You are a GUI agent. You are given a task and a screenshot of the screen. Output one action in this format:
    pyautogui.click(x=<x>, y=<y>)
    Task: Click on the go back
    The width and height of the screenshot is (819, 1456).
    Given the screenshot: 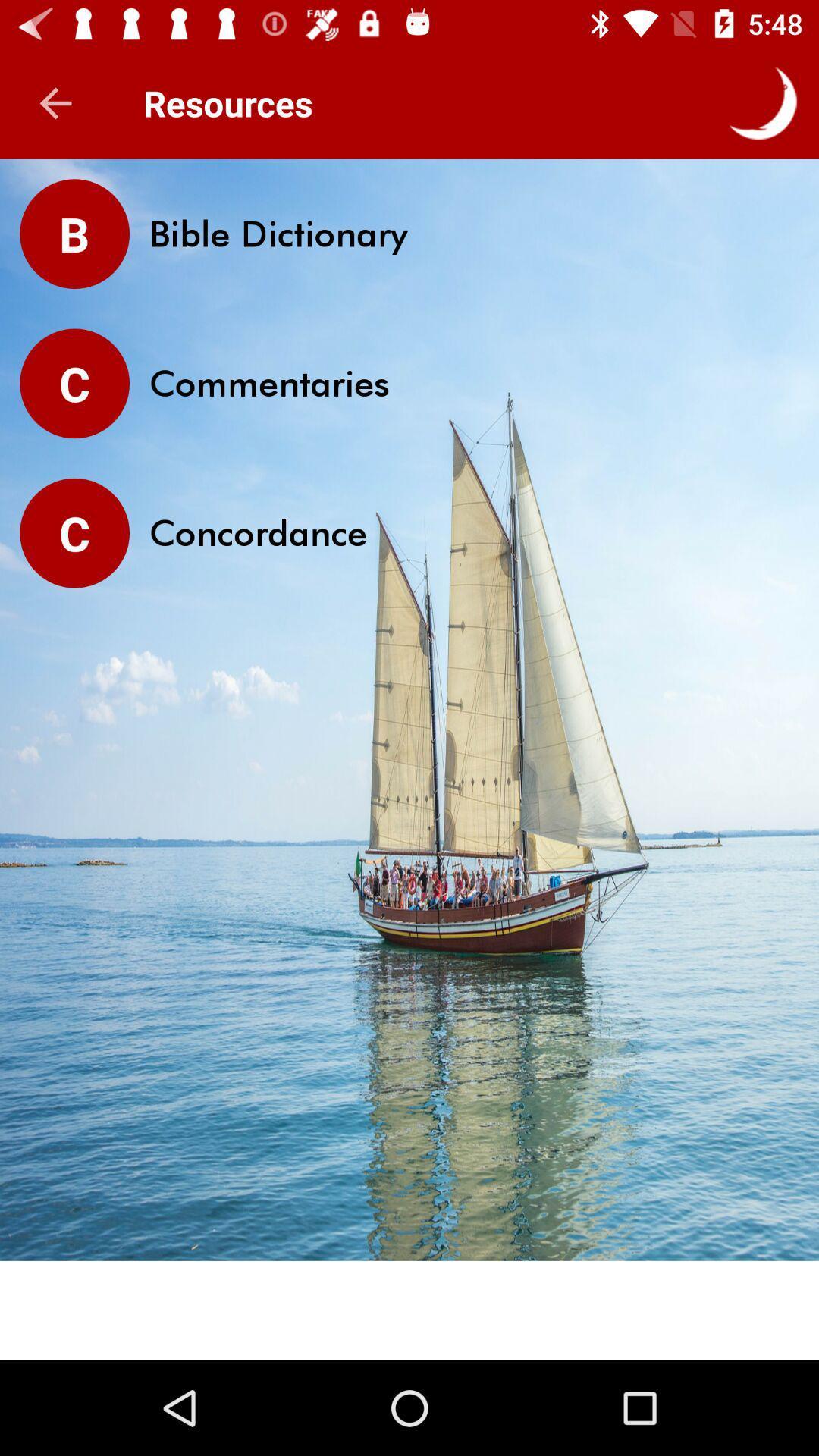 What is the action you would take?
    pyautogui.click(x=55, y=102)
    